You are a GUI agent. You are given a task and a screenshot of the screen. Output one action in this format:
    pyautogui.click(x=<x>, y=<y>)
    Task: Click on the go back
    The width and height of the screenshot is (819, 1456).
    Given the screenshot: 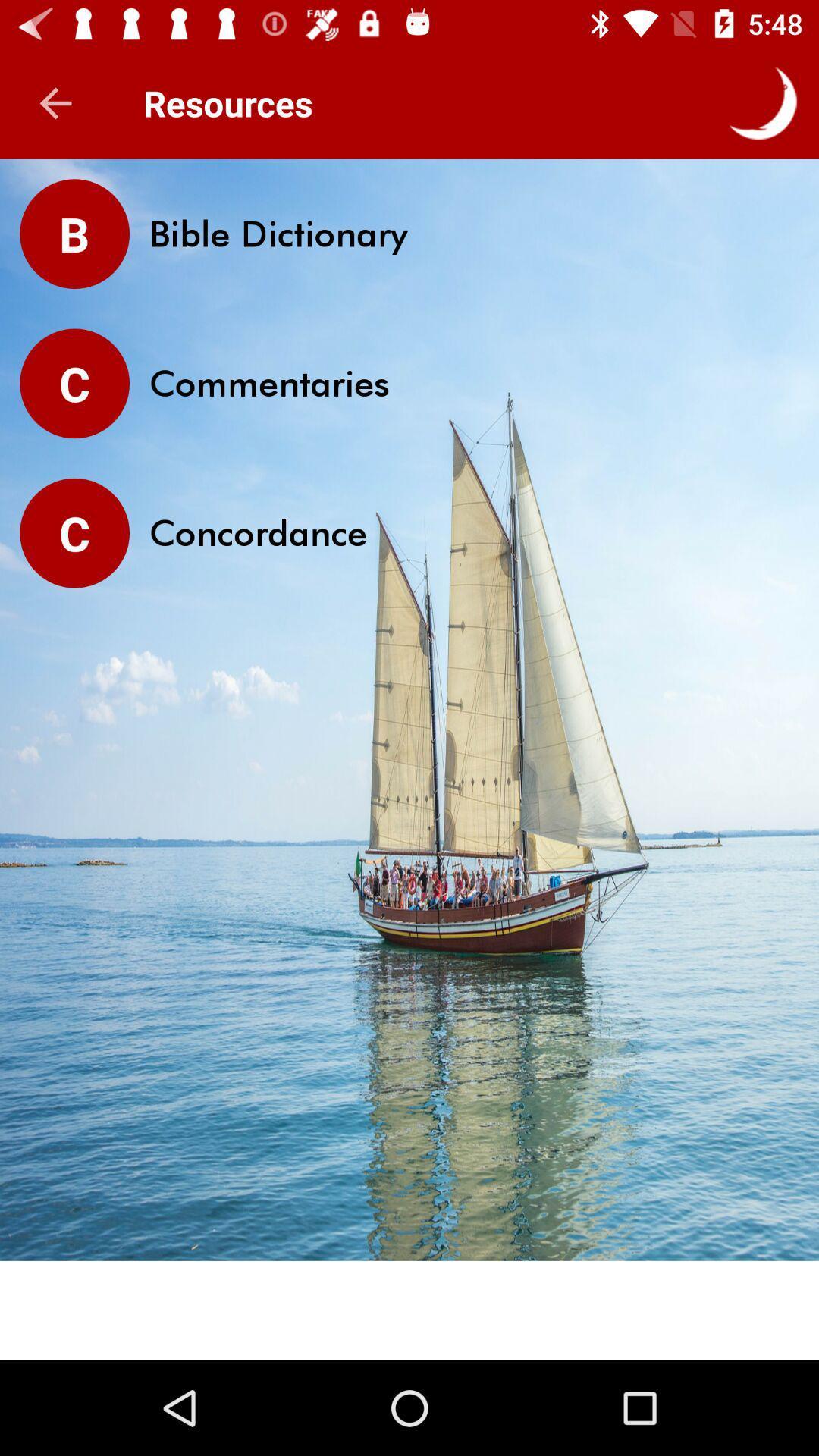 What is the action you would take?
    pyautogui.click(x=55, y=102)
    